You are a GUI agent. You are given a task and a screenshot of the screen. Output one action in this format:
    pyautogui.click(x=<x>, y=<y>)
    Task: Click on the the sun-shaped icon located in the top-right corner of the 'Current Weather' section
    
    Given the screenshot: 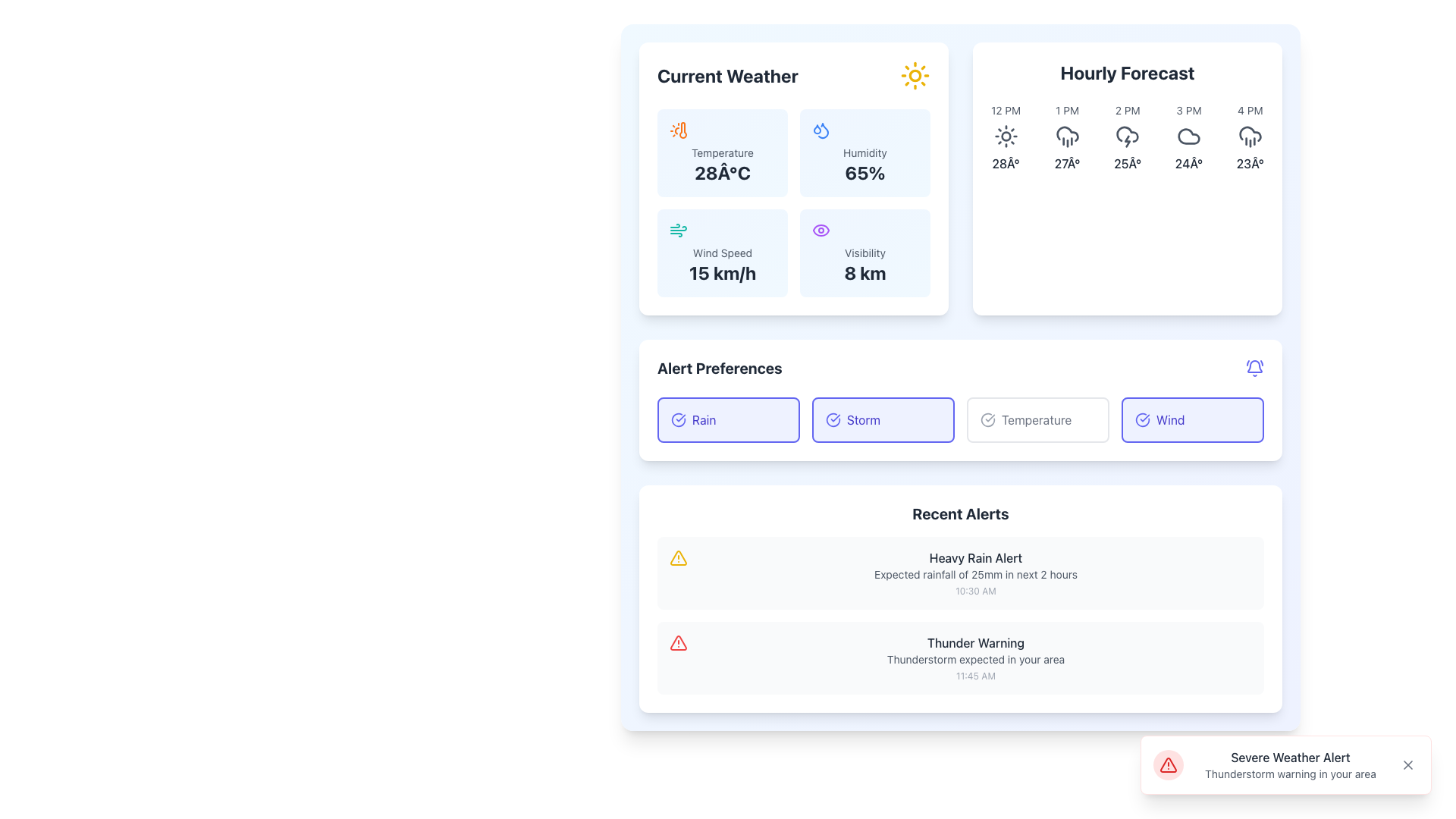 What is the action you would take?
    pyautogui.click(x=914, y=76)
    